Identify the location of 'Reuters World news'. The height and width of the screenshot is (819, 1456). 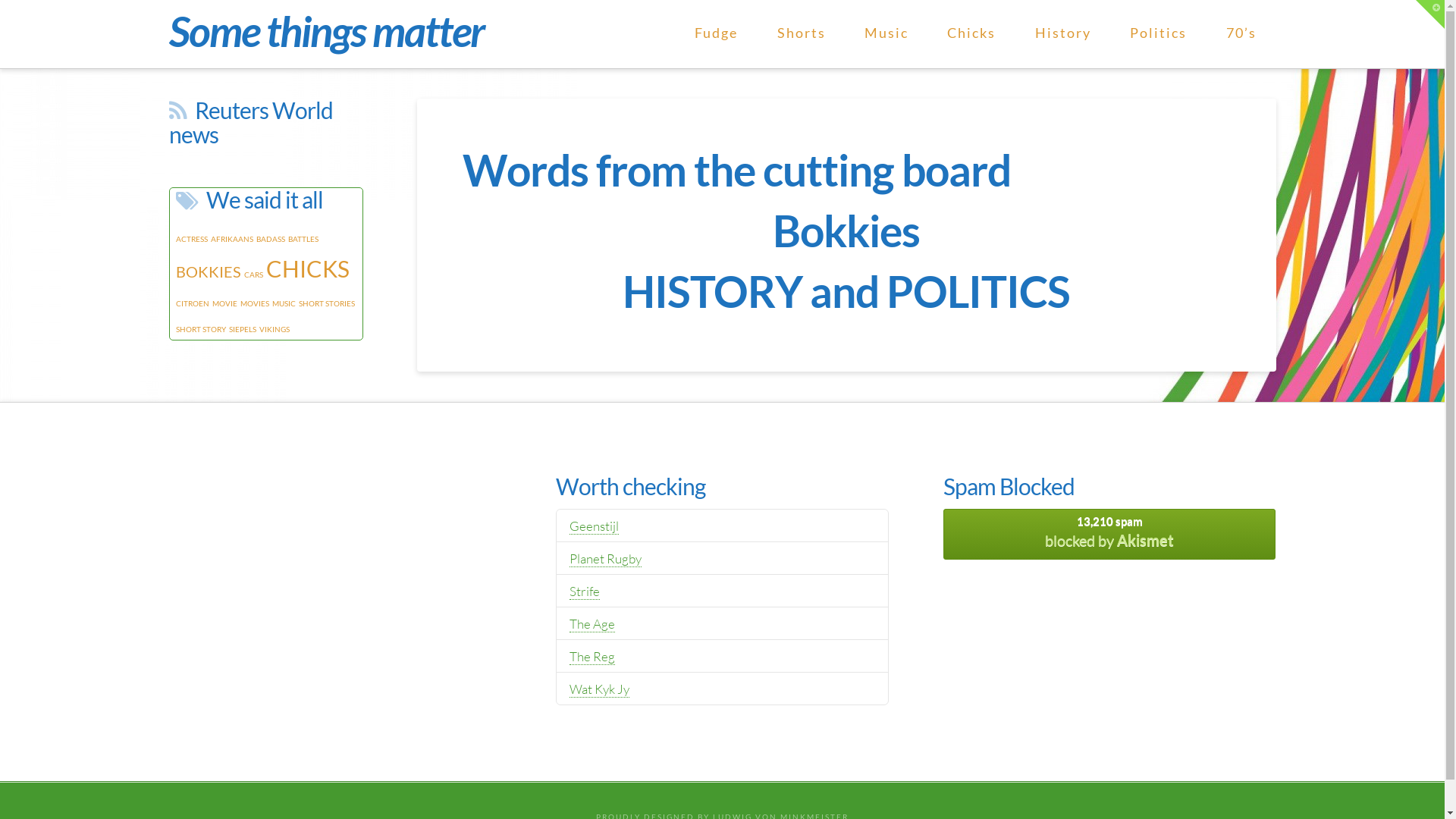
(168, 121).